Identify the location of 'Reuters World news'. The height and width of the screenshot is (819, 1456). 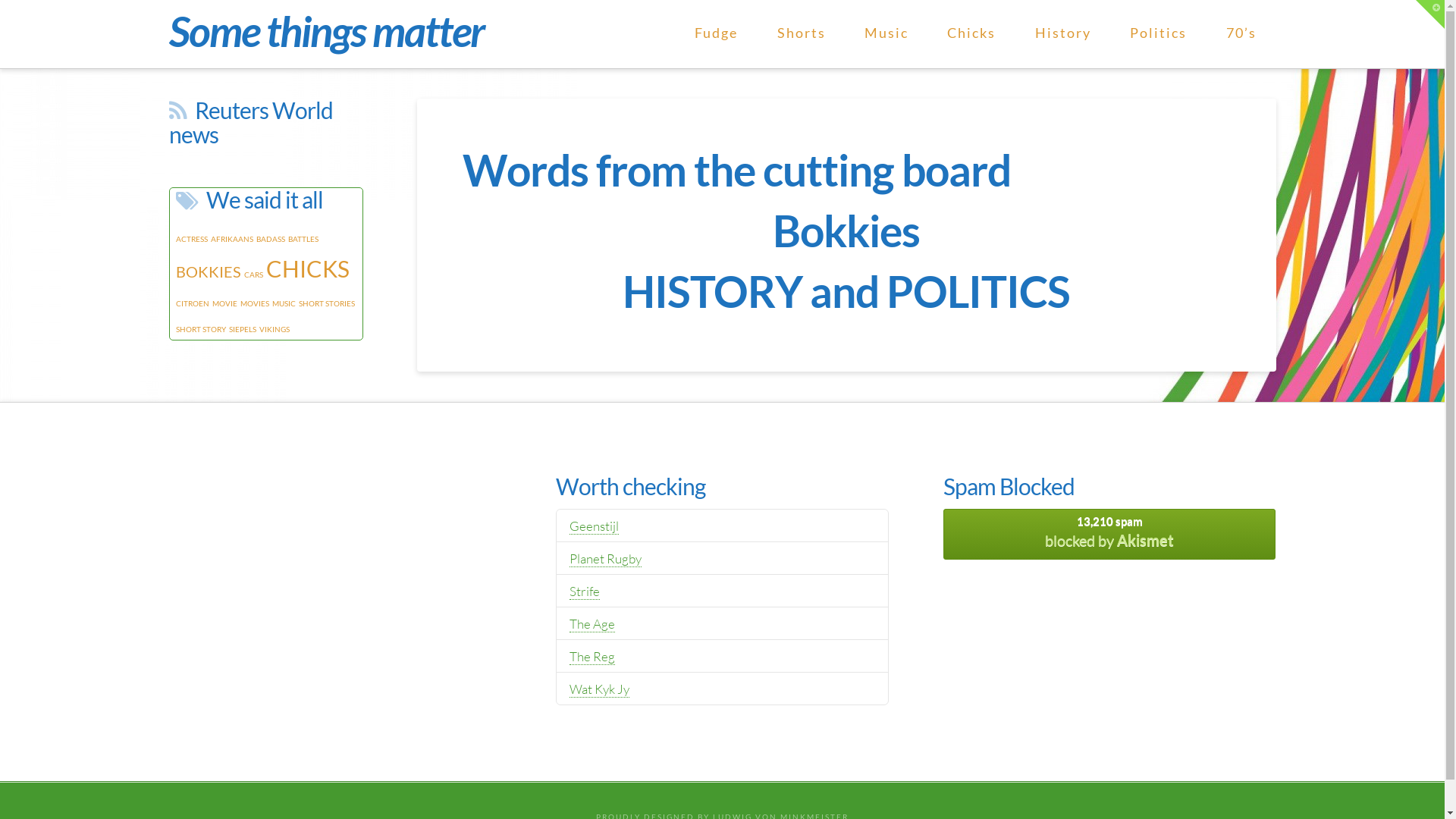
(168, 121).